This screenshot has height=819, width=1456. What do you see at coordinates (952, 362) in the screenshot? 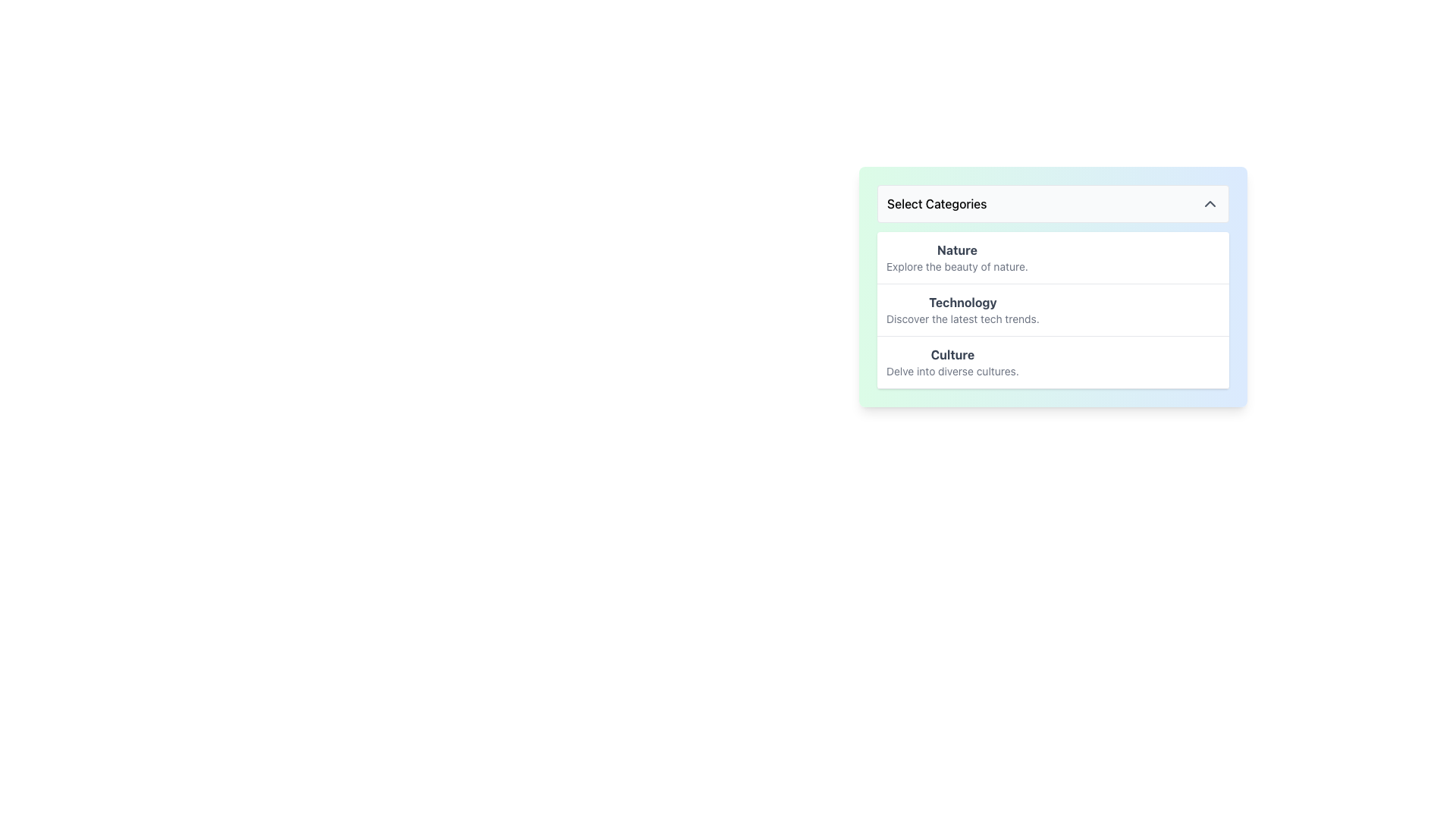
I see `the List item labeled 'Culture'` at bounding box center [952, 362].